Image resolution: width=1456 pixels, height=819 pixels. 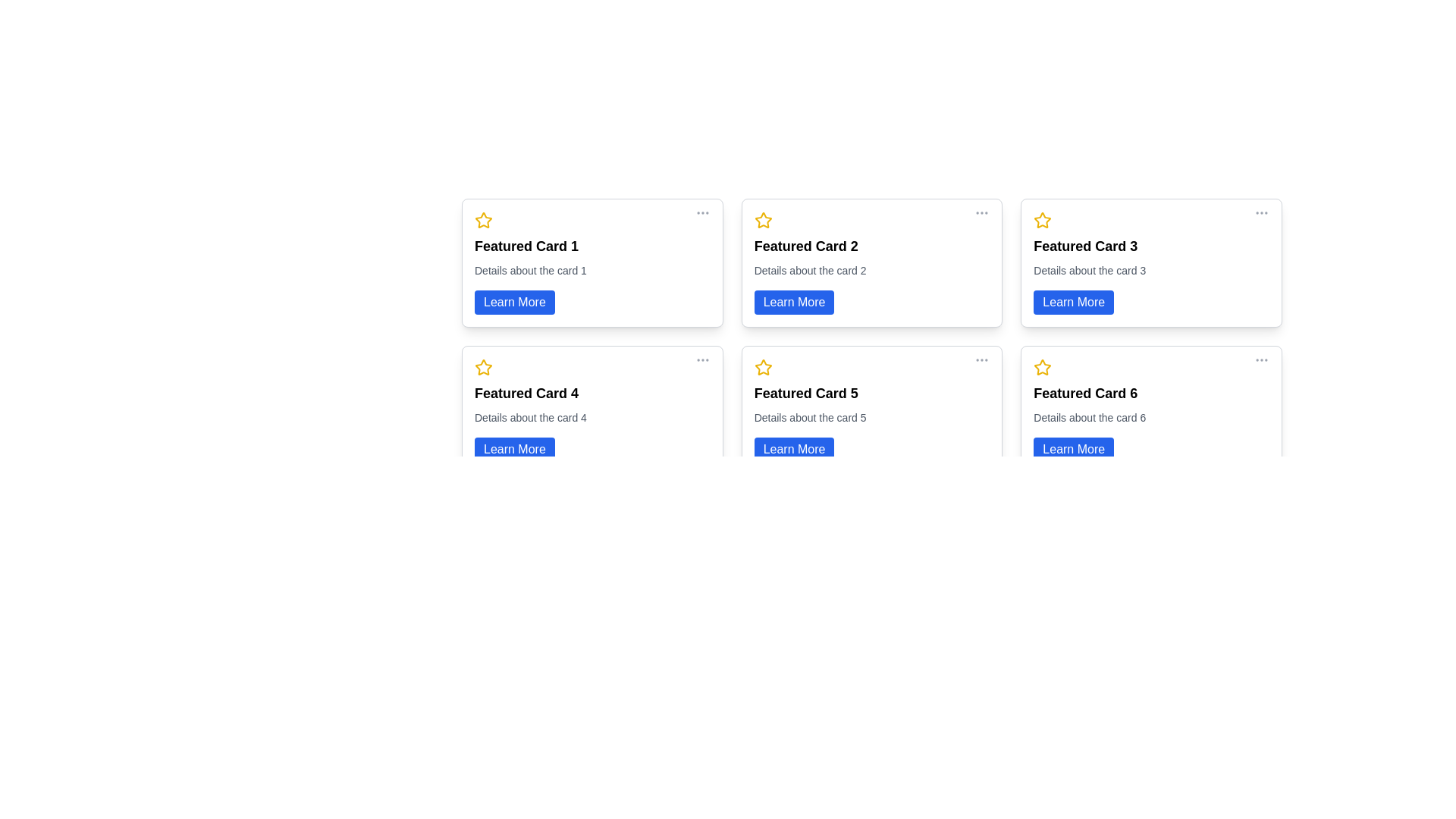 What do you see at coordinates (793, 302) in the screenshot?
I see `the 'Learn More' button located at the bottom of 'Featured Card 2'` at bounding box center [793, 302].